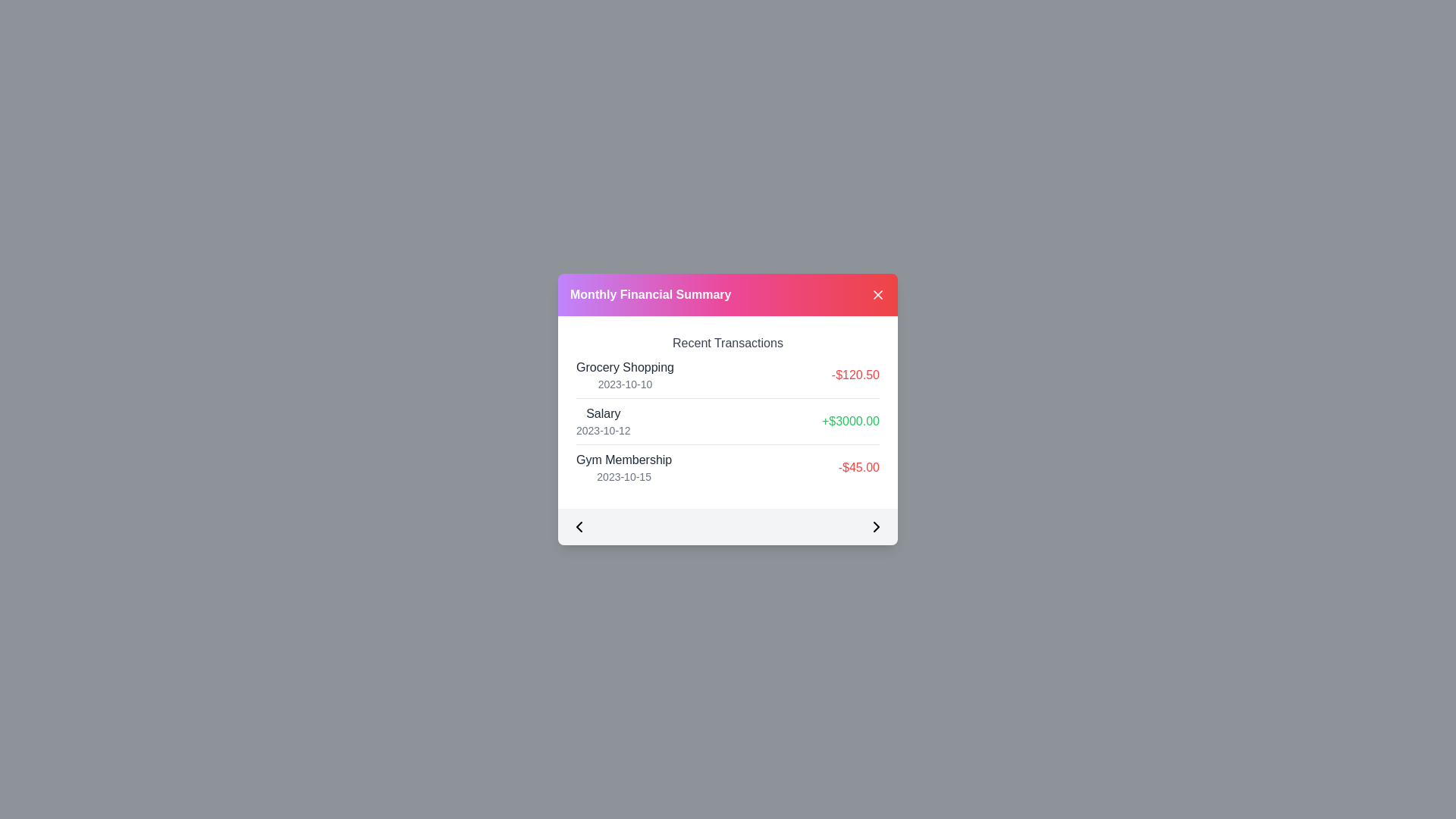 The width and height of the screenshot is (1456, 819). I want to click on the left arrow button to navigate to the previous page, so click(578, 526).